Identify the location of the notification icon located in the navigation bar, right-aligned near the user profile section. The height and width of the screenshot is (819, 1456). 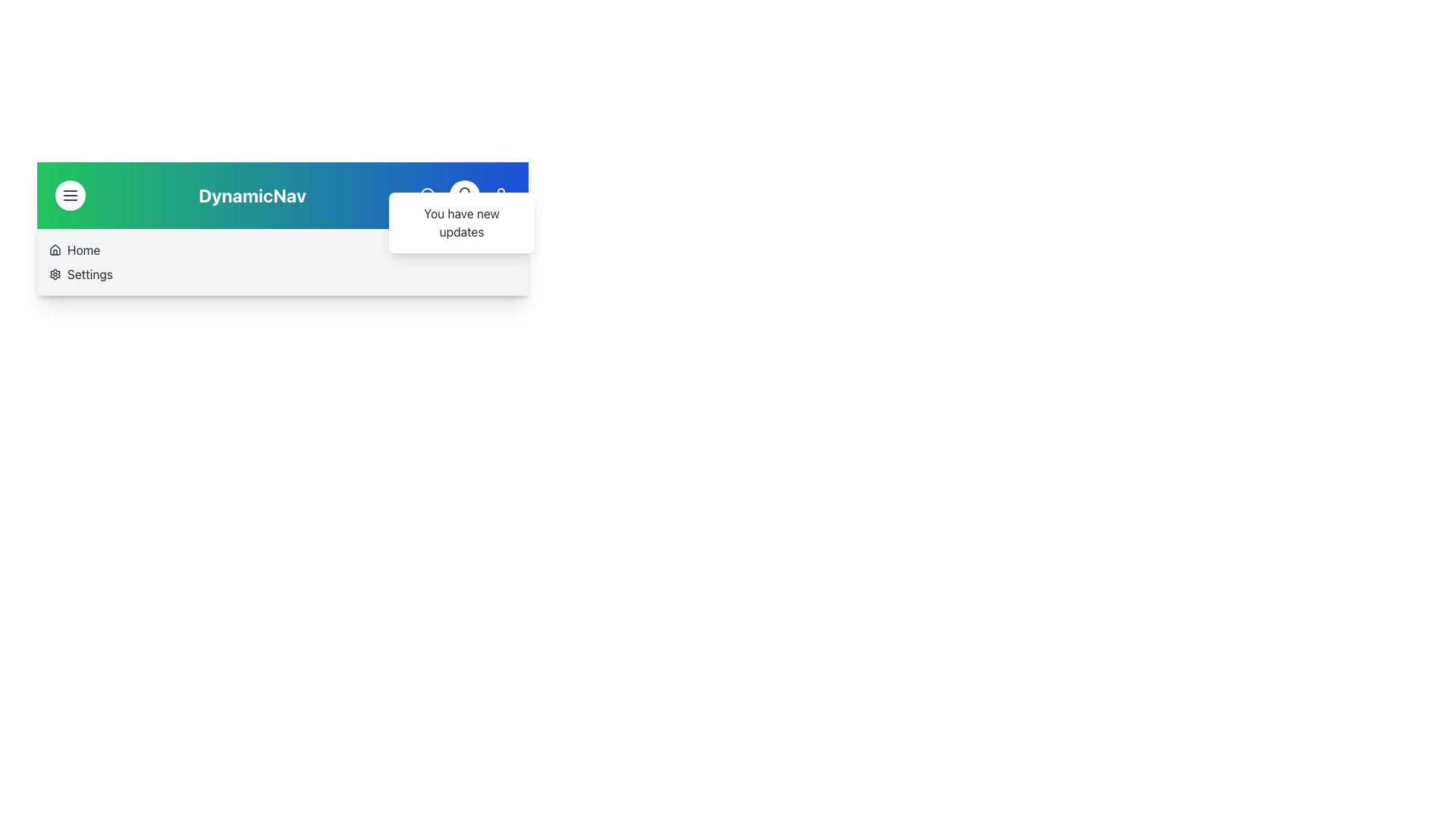
(464, 195).